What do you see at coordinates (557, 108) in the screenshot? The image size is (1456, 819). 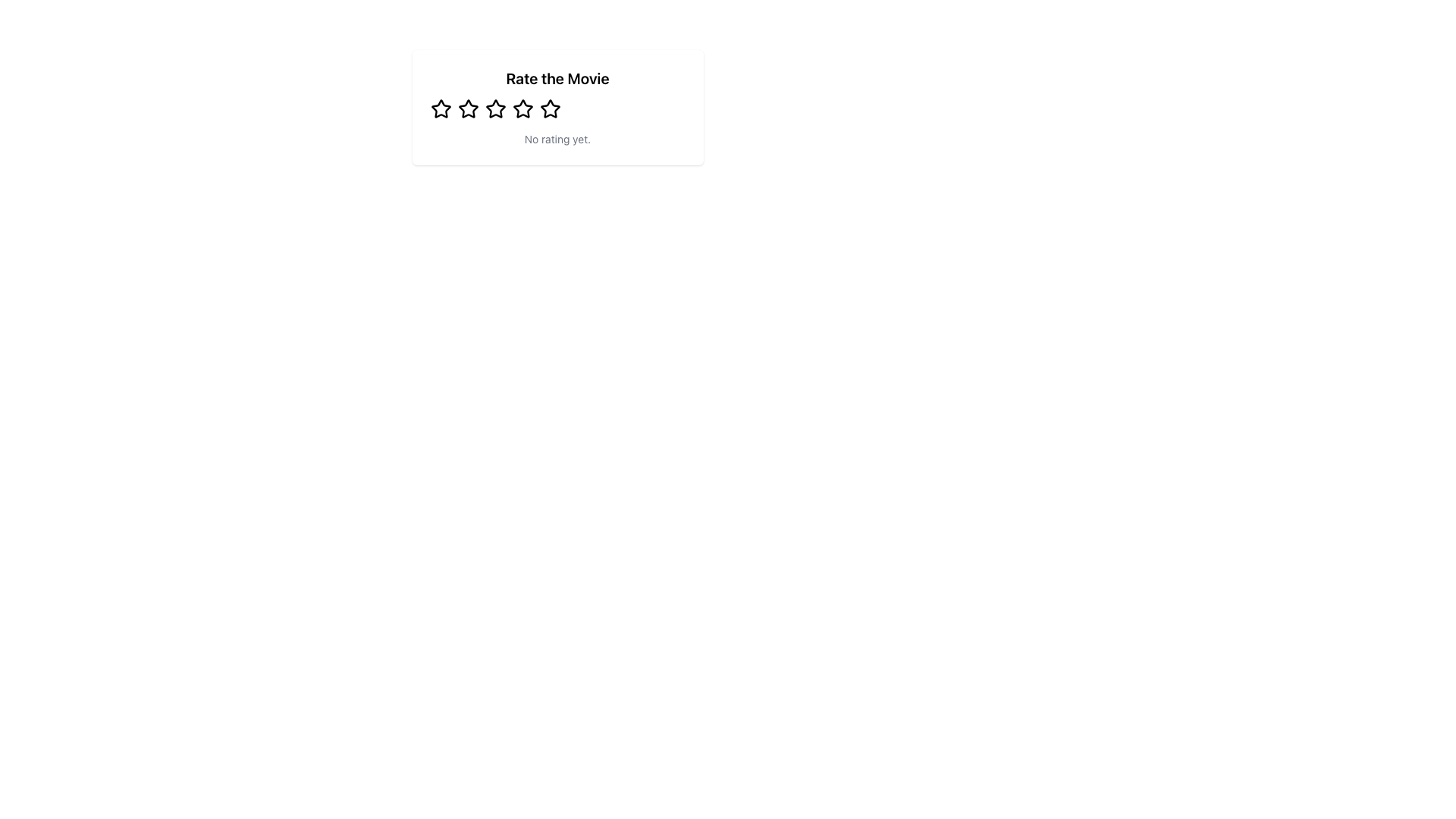 I see `on one of the star icons in the Rating Component located below the 'Rate the Movie' title` at bounding box center [557, 108].